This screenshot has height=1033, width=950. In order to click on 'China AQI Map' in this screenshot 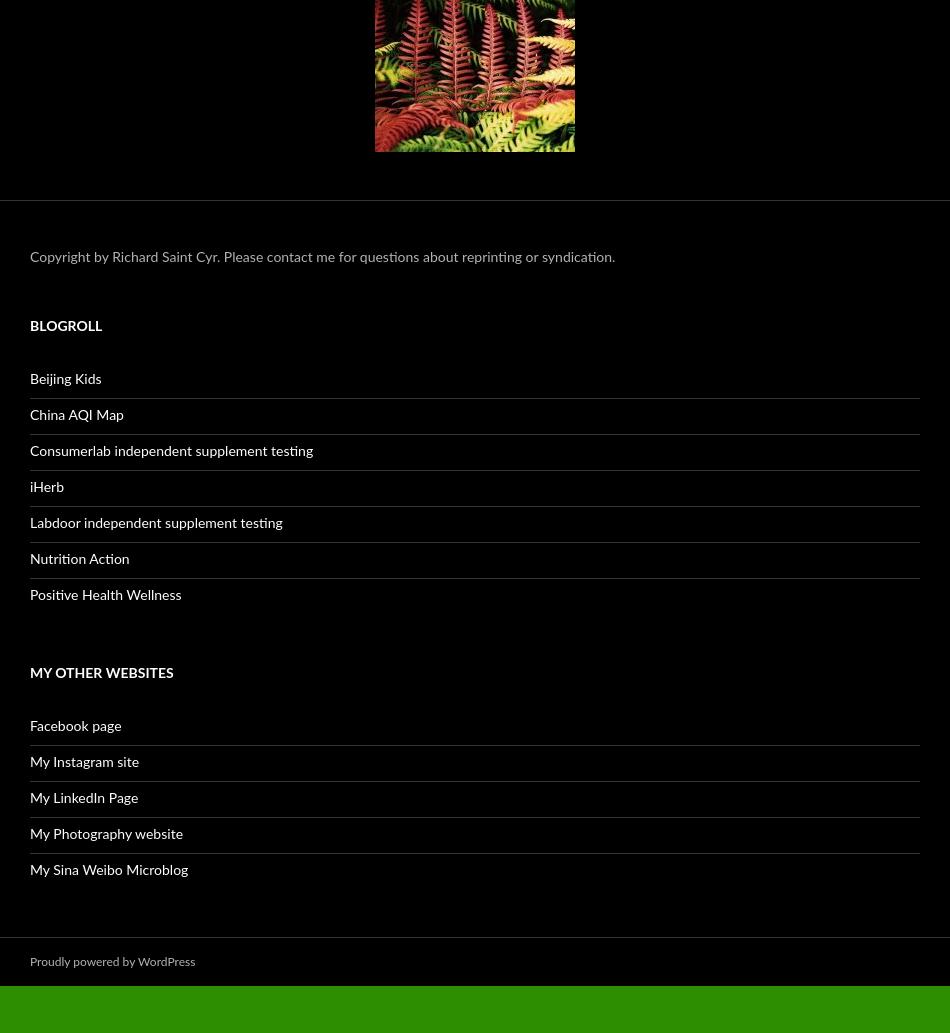, I will do `click(30, 414)`.